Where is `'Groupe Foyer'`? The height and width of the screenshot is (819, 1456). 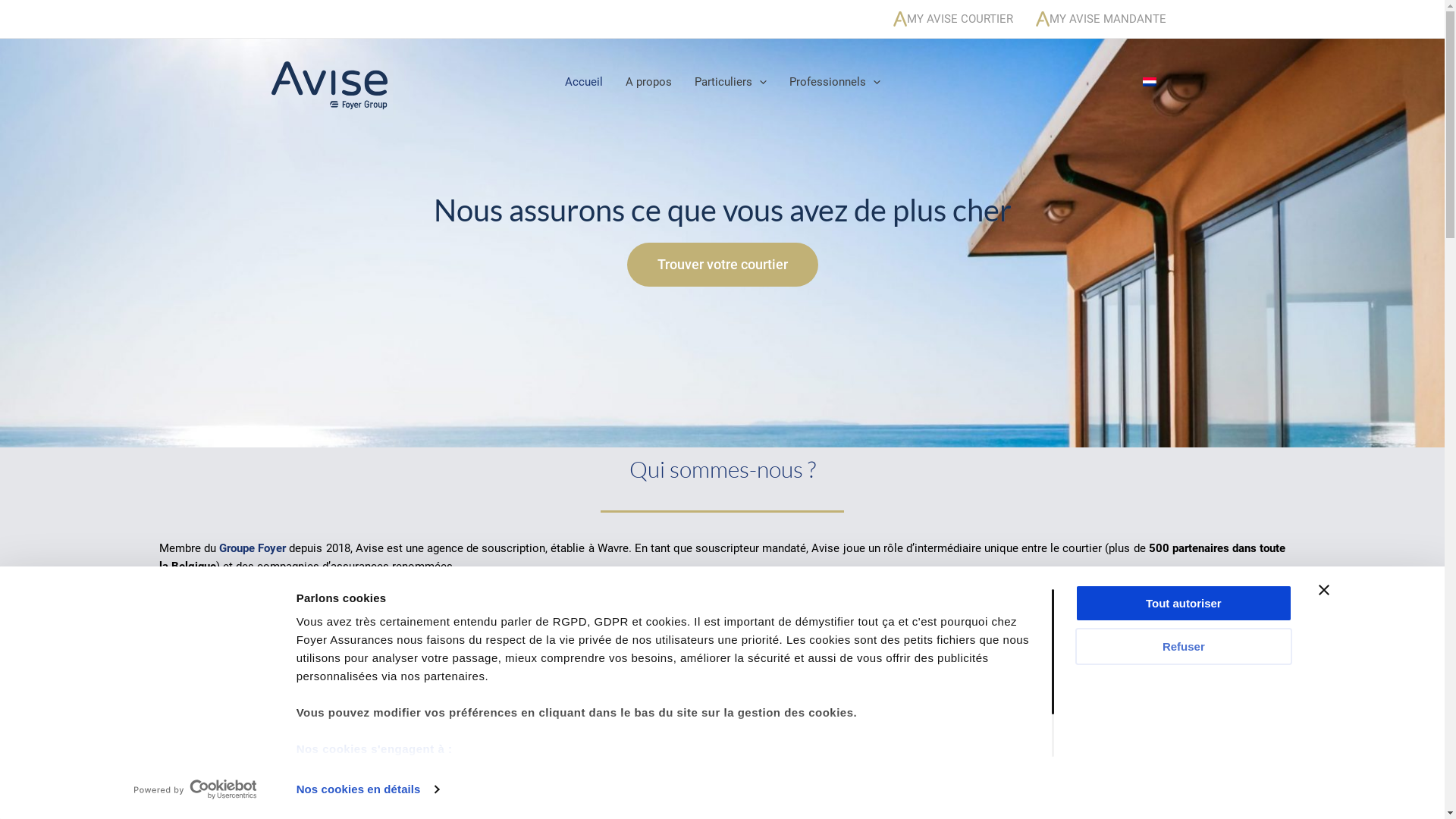 'Groupe Foyer' is located at coordinates (252, 548).